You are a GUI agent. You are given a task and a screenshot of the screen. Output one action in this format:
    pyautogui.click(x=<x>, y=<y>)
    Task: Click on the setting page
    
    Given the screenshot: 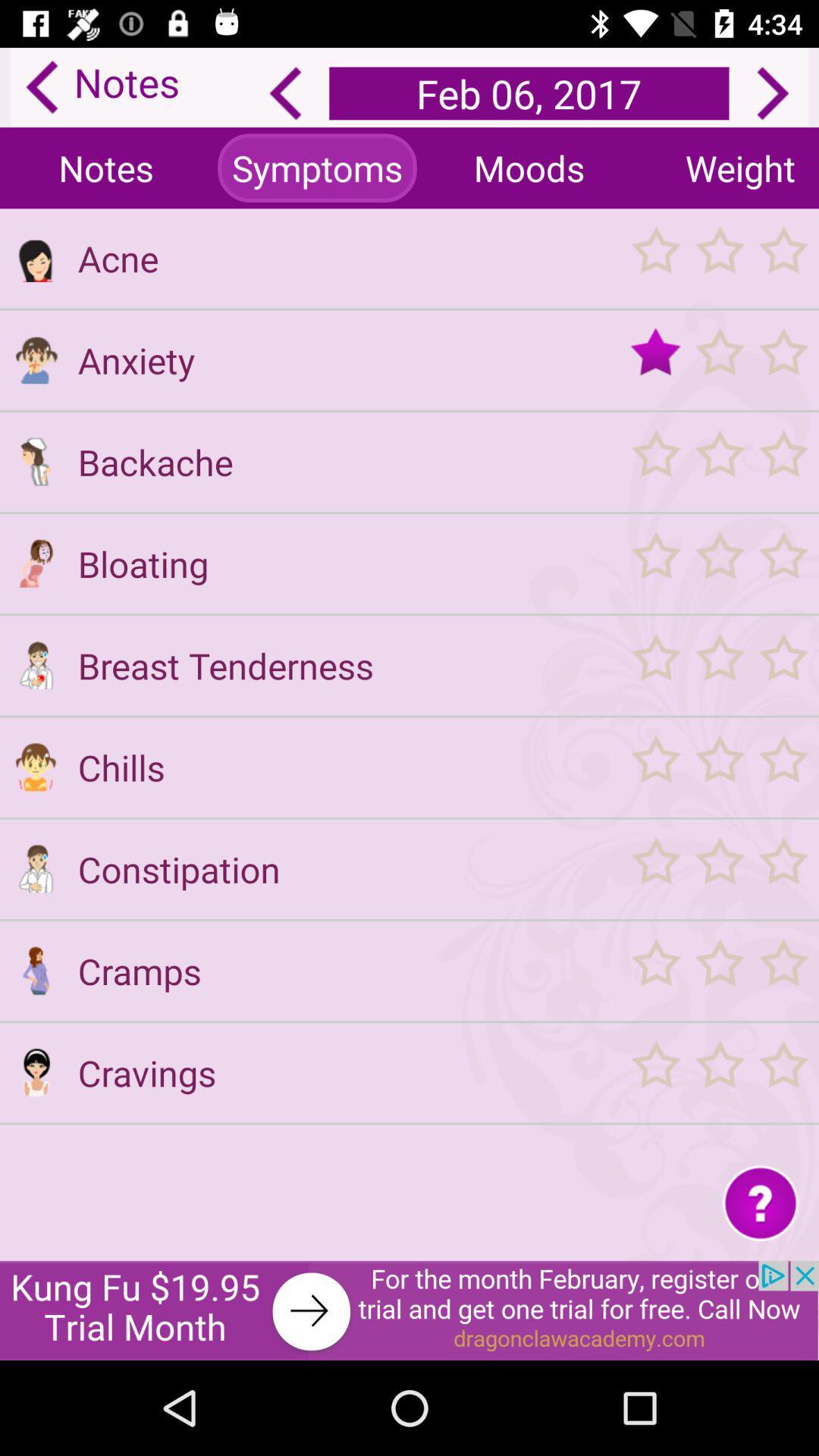 What is the action you would take?
    pyautogui.click(x=35, y=563)
    